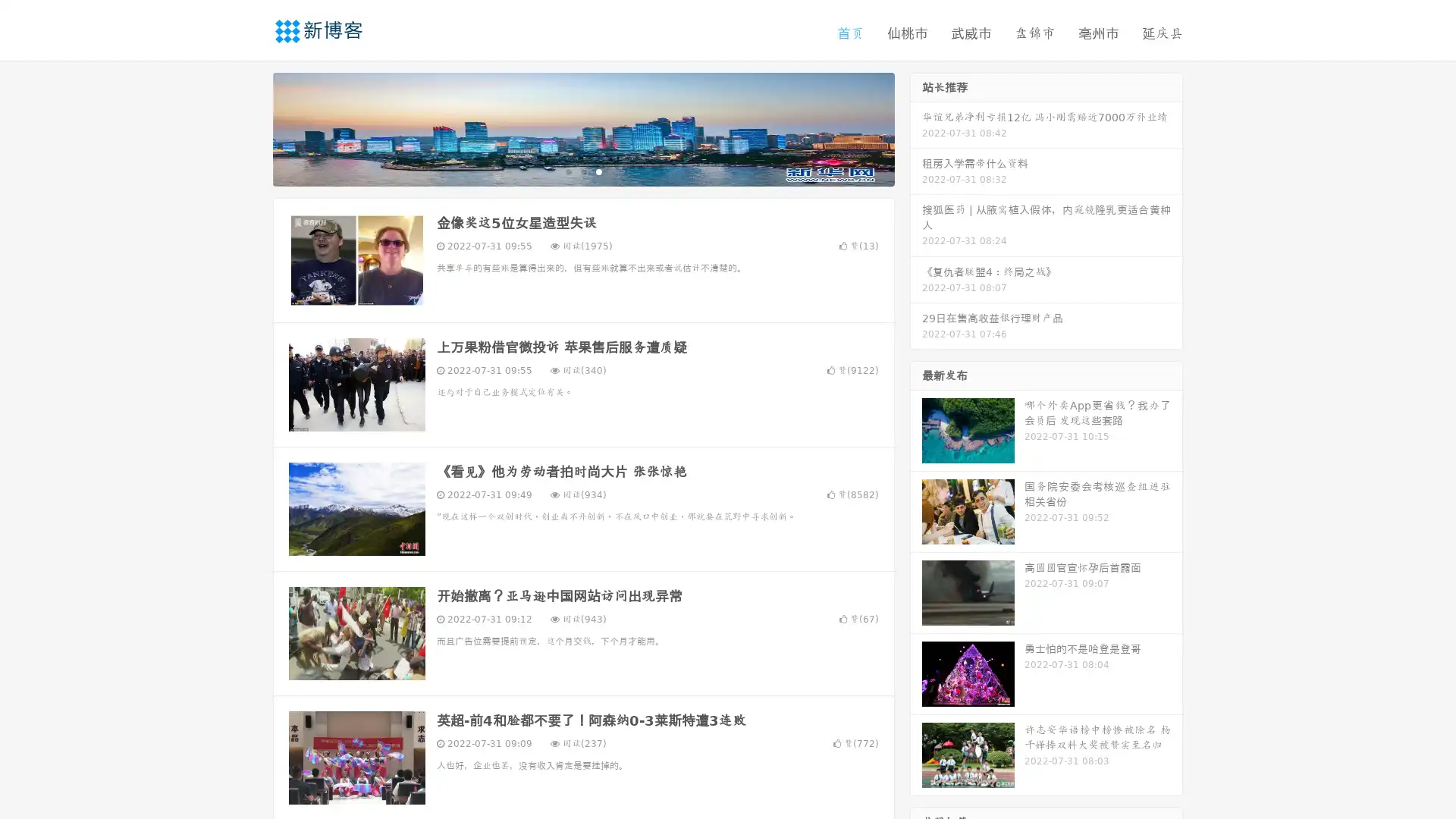 The image size is (1456, 819). I want to click on Previous slide, so click(250, 127).